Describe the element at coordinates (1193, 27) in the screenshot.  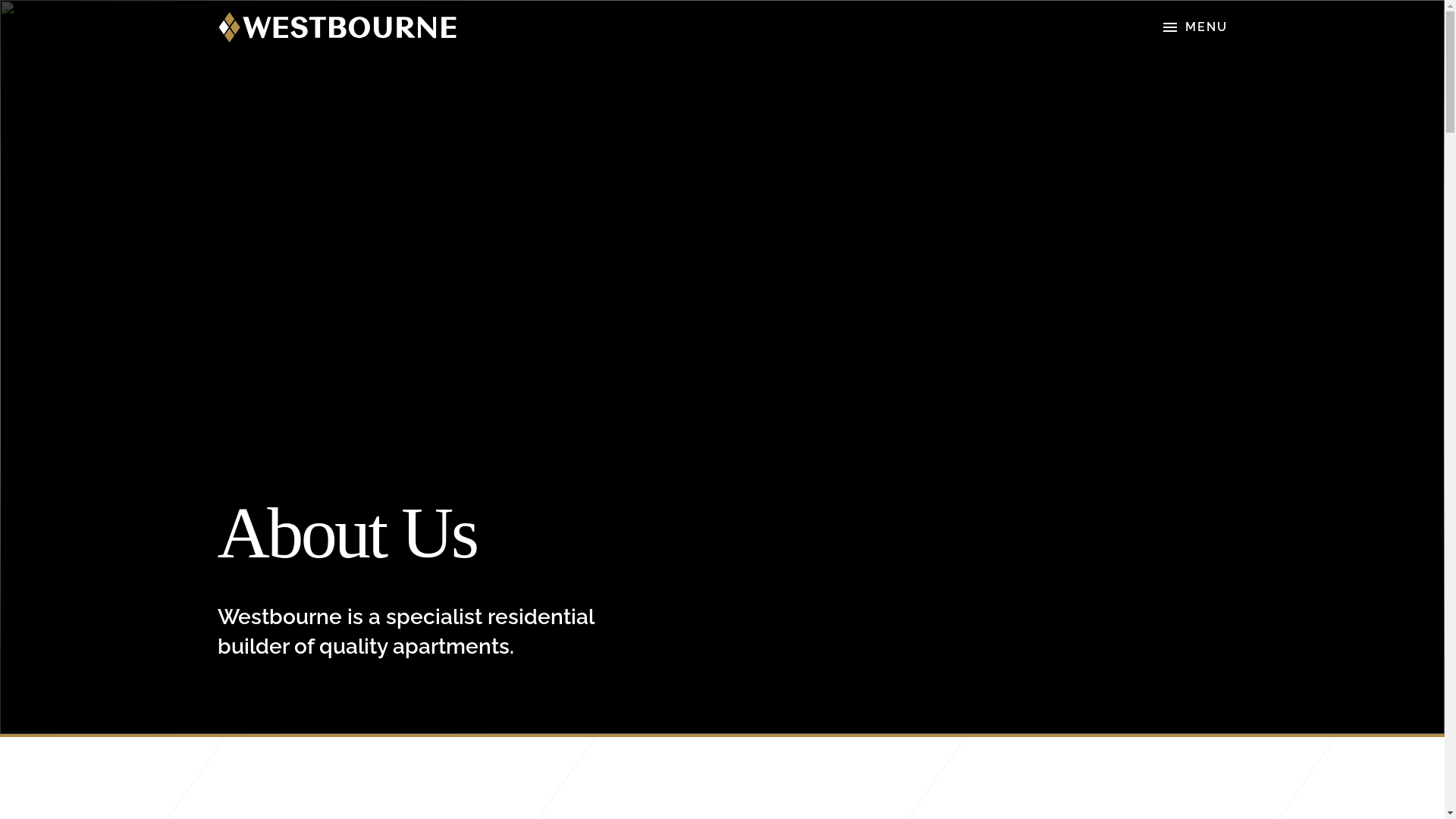
I see `'MENU'` at that location.